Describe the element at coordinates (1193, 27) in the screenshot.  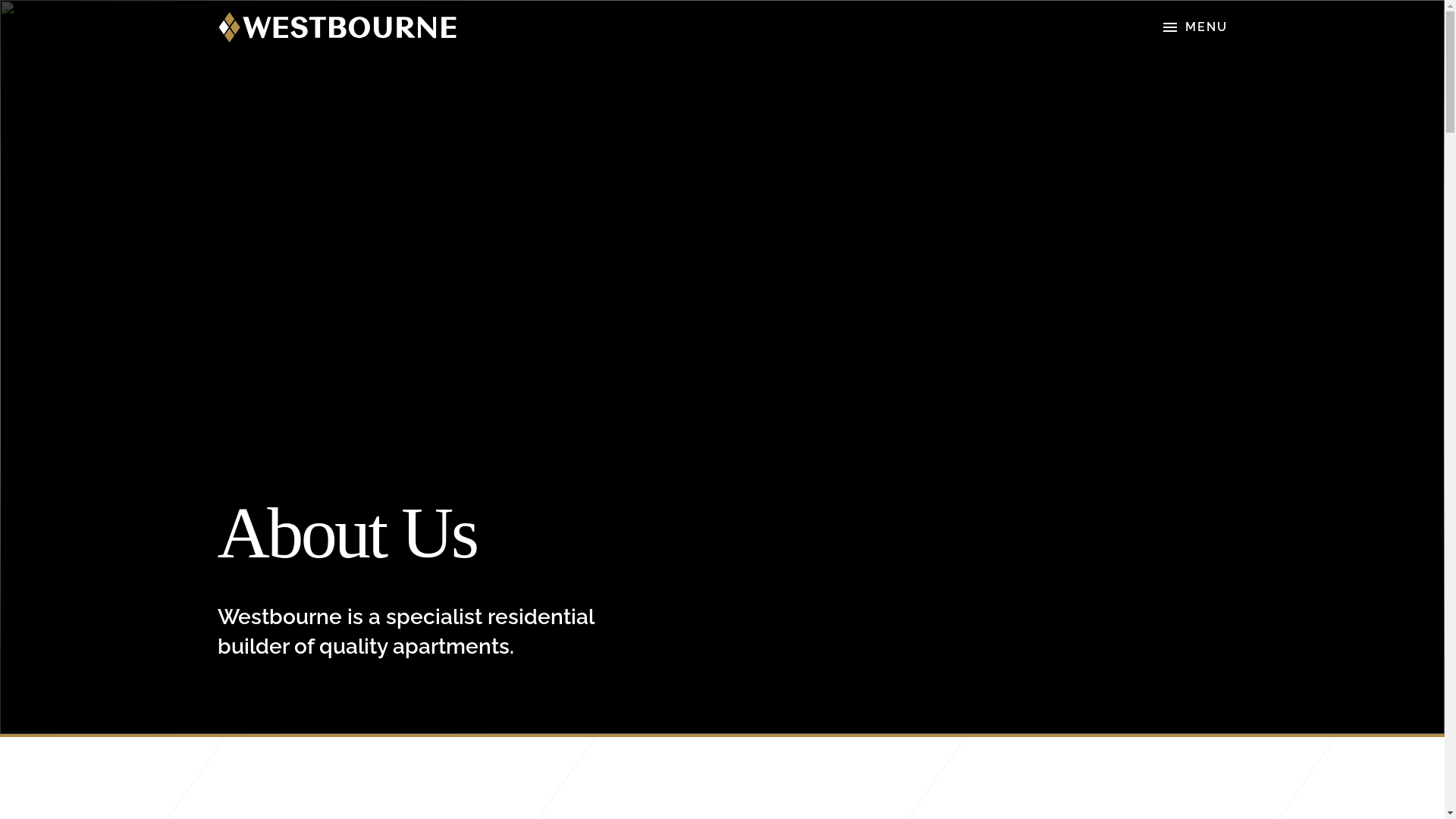
I see `'MENU'` at that location.